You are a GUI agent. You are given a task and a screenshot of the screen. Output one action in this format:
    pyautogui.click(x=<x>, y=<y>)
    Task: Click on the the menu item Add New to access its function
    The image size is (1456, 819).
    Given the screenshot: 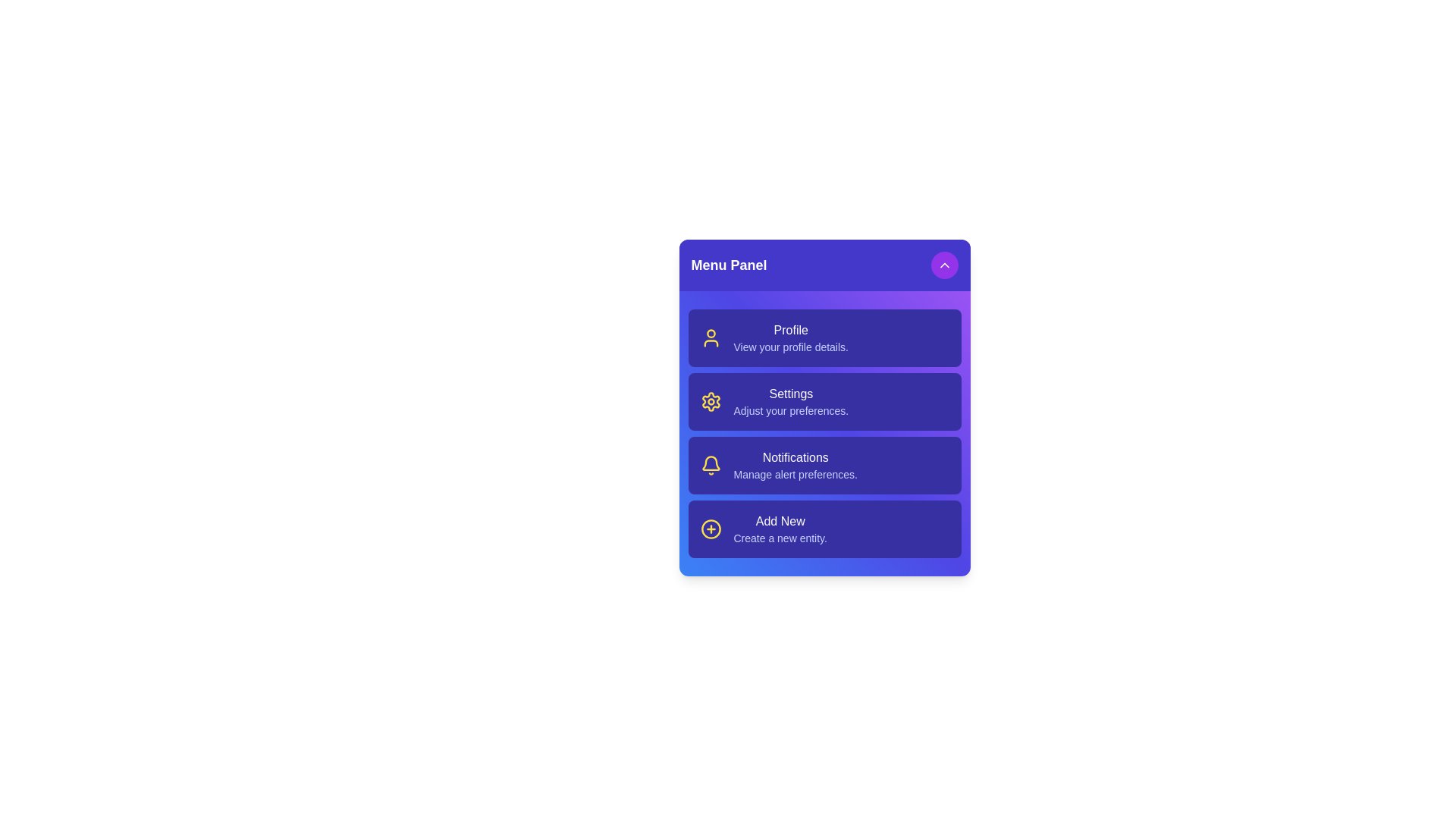 What is the action you would take?
    pyautogui.click(x=824, y=529)
    